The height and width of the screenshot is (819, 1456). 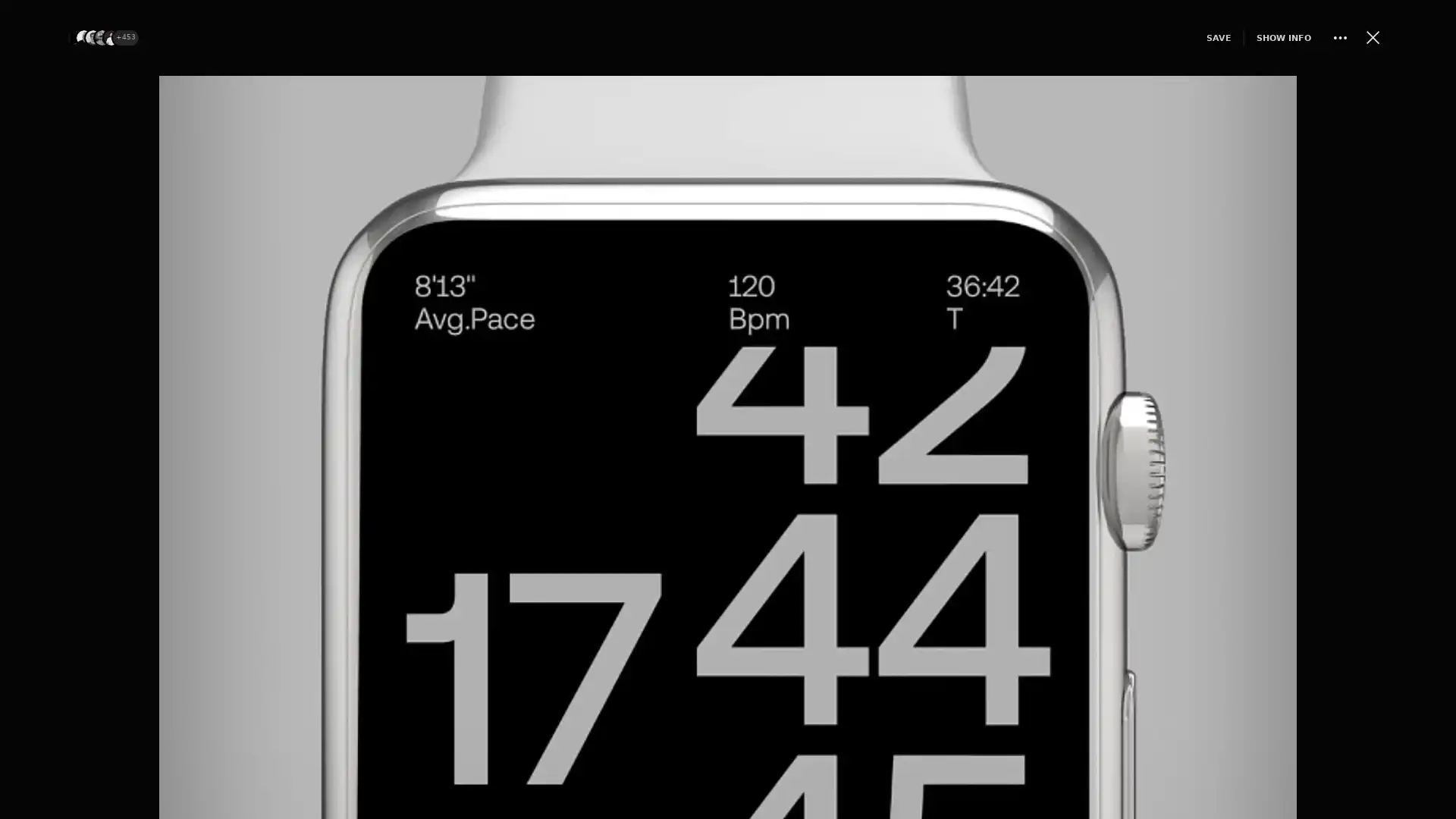 I want to click on SHOW INFO, so click(x=1274, y=36).